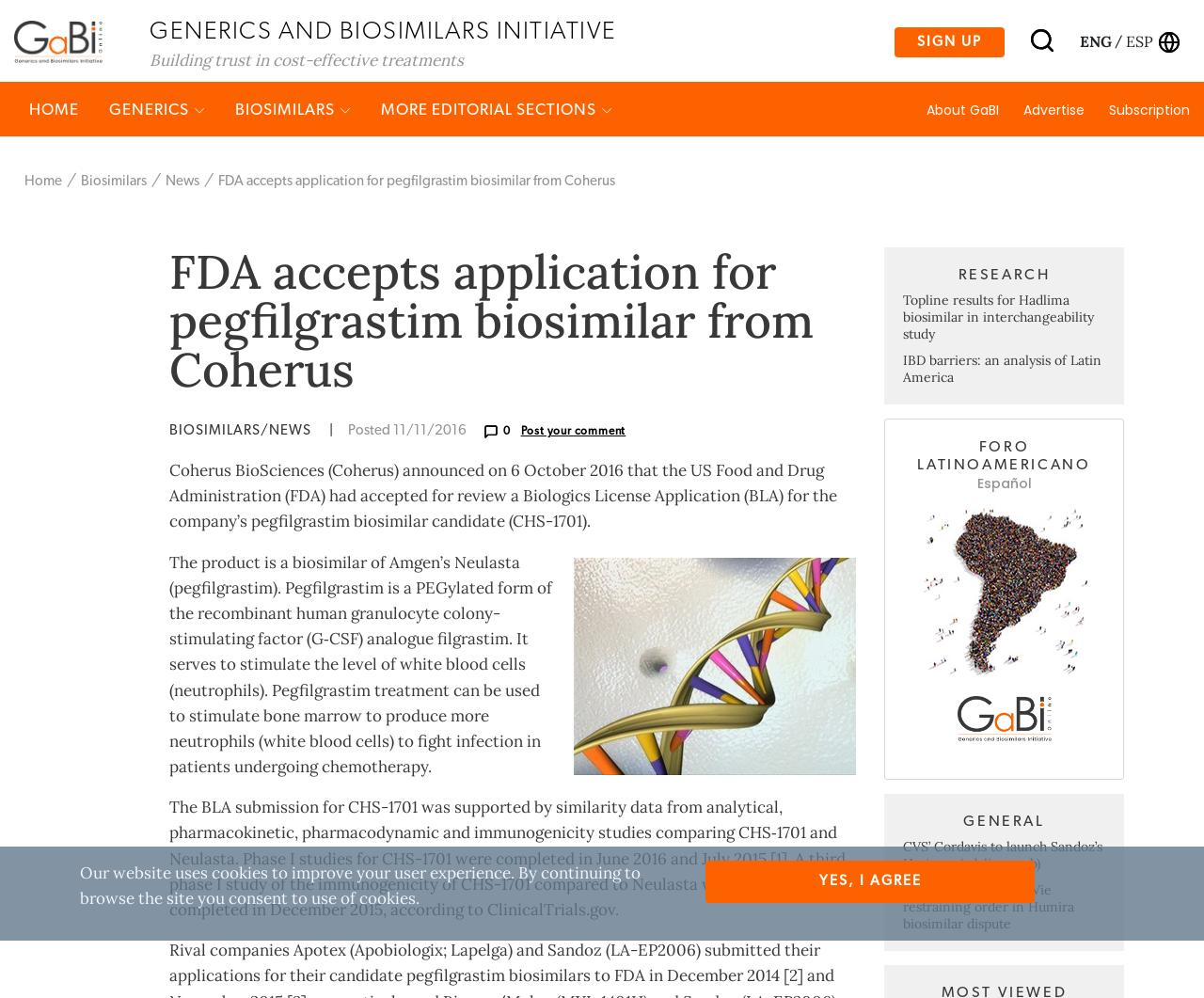  I want to click on 'The BLA submission for CHS-1701 was supported by similarity data from analytical, pharmacokinetic, pharmacodynamic and immunogenicity studies comparing CHS‑1701 and Neulasta. Phase I studies for CHS-1701 were completed in June 2016 and July 2015 [1]. A third phase I study of the immunogenicity of CHS-1701 compared to Neulasta was planned to be completed in December 2015, according to ClinicalTrials.gov.', so click(168, 930).